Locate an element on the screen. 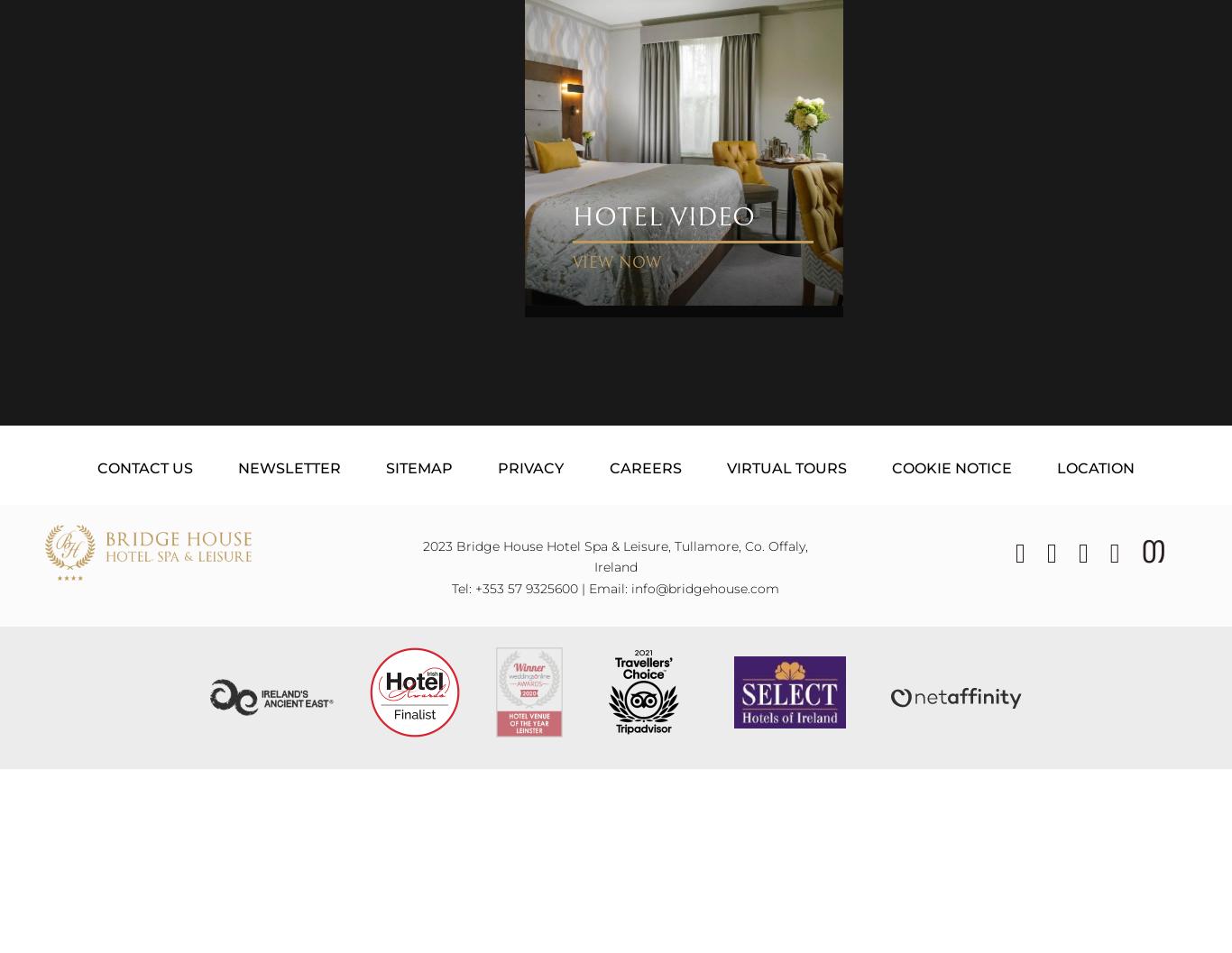  'Hotel Video' is located at coordinates (664, 215).